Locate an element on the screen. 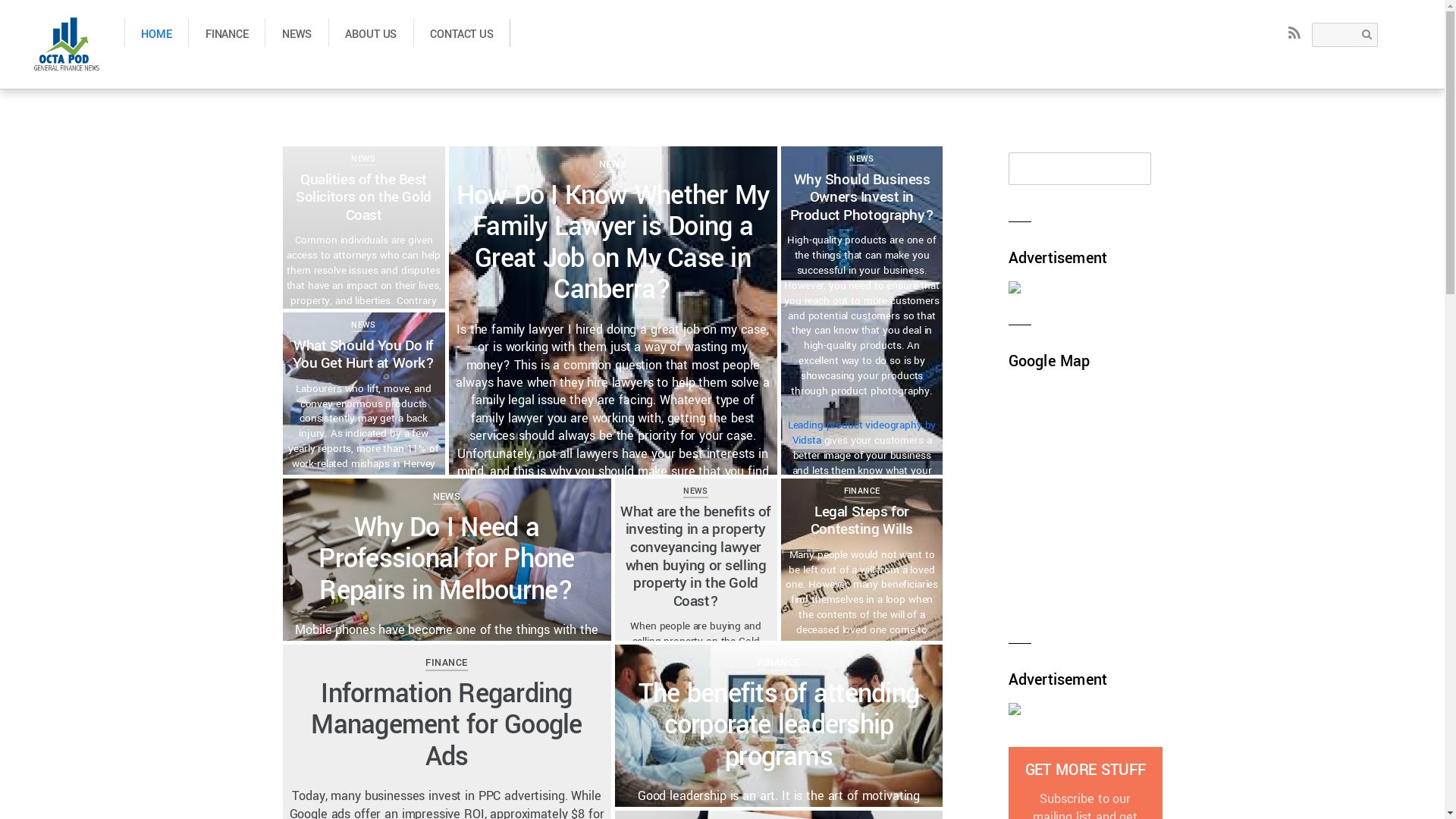 This screenshot has height=819, width=1456. 'FINANCE' is located at coordinates (862, 491).